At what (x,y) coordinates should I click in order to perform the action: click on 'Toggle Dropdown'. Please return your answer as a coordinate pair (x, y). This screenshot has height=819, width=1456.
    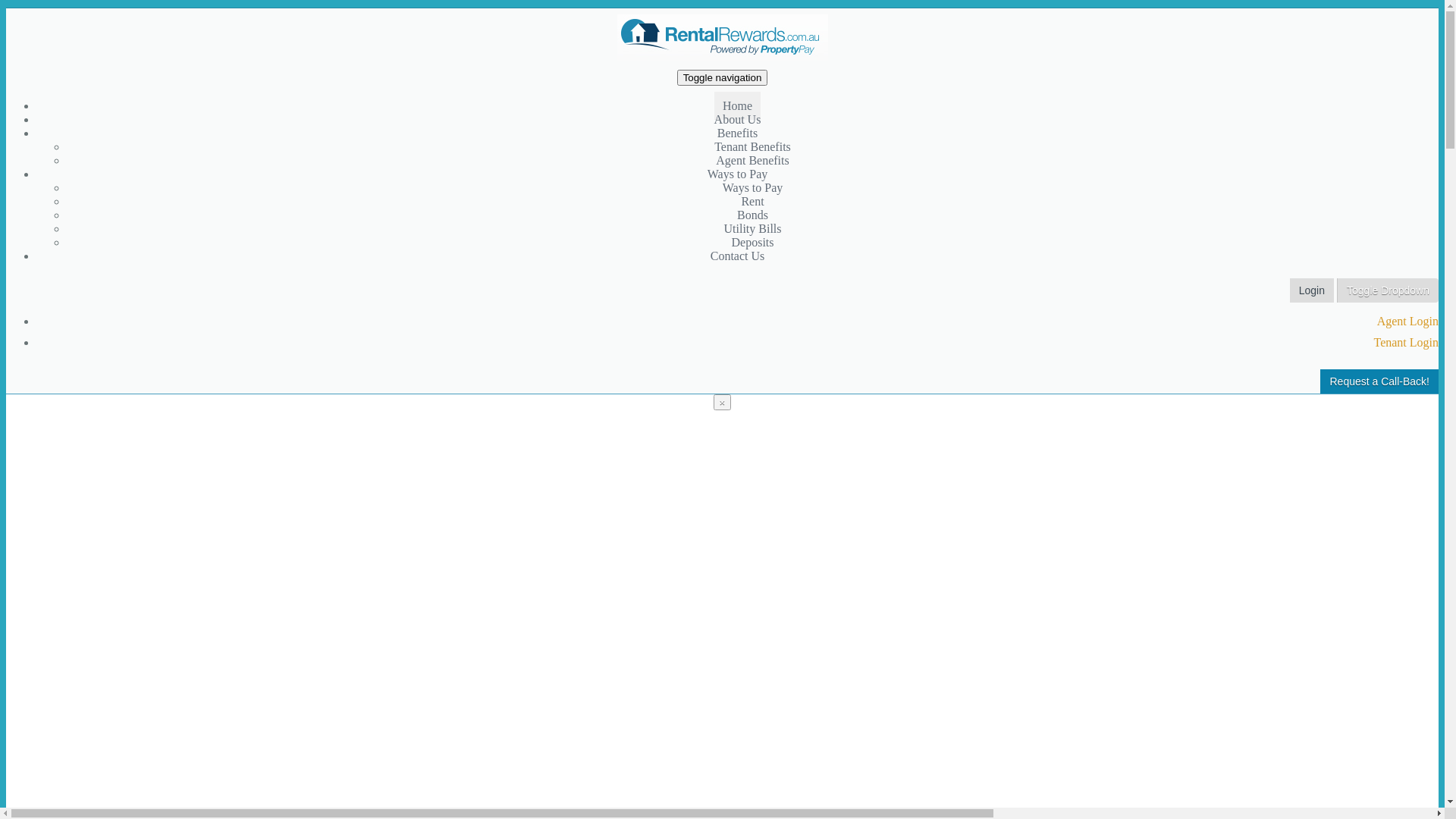
    Looking at the image, I should click on (1336, 290).